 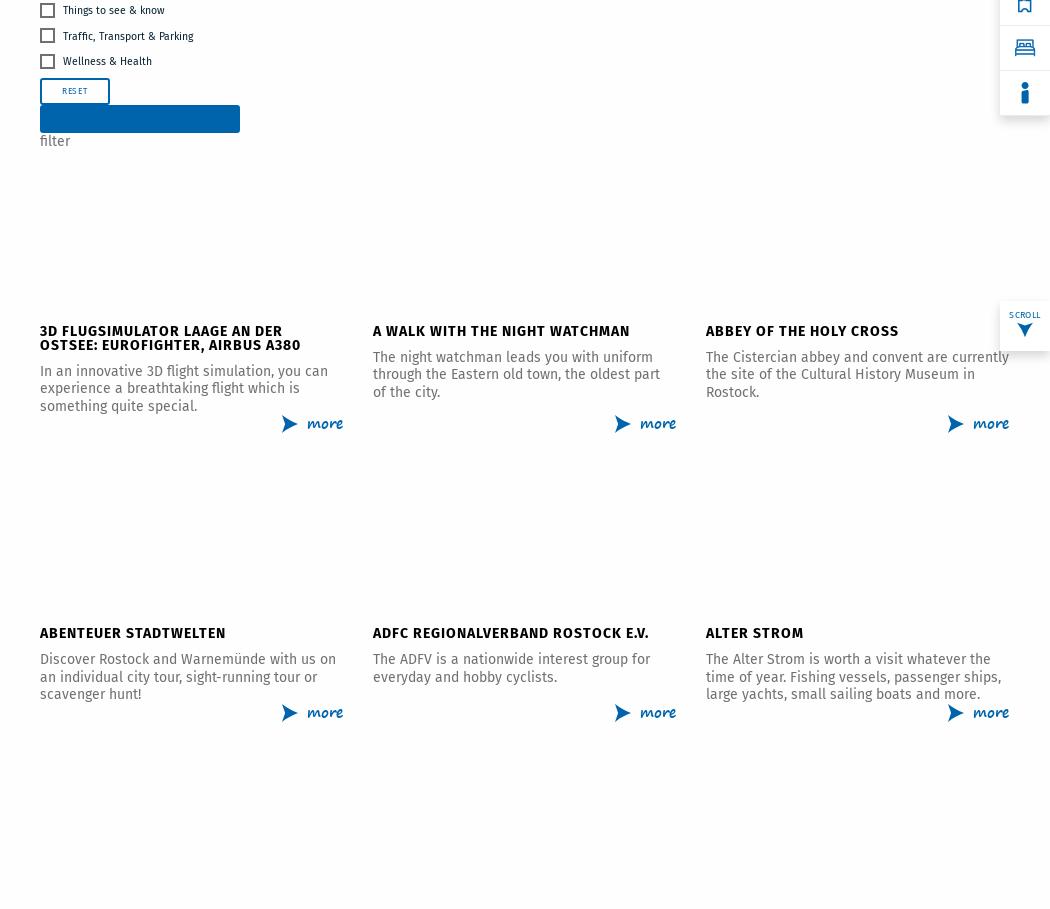 What do you see at coordinates (39, 632) in the screenshot?
I see `'Abenteuer Stadtwelten'` at bounding box center [39, 632].